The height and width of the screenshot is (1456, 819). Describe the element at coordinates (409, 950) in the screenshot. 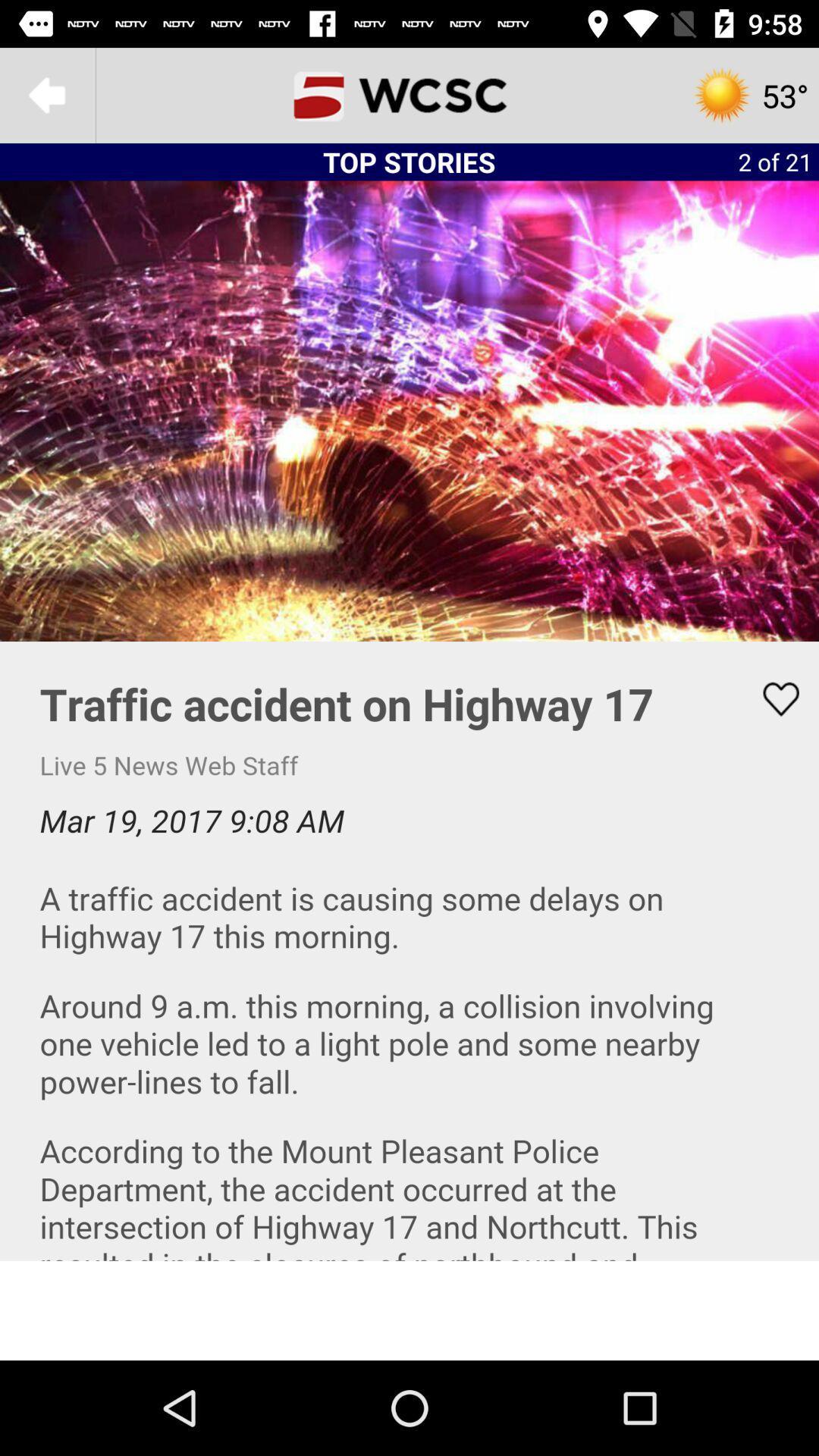

I see `area to scroll and read news` at that location.